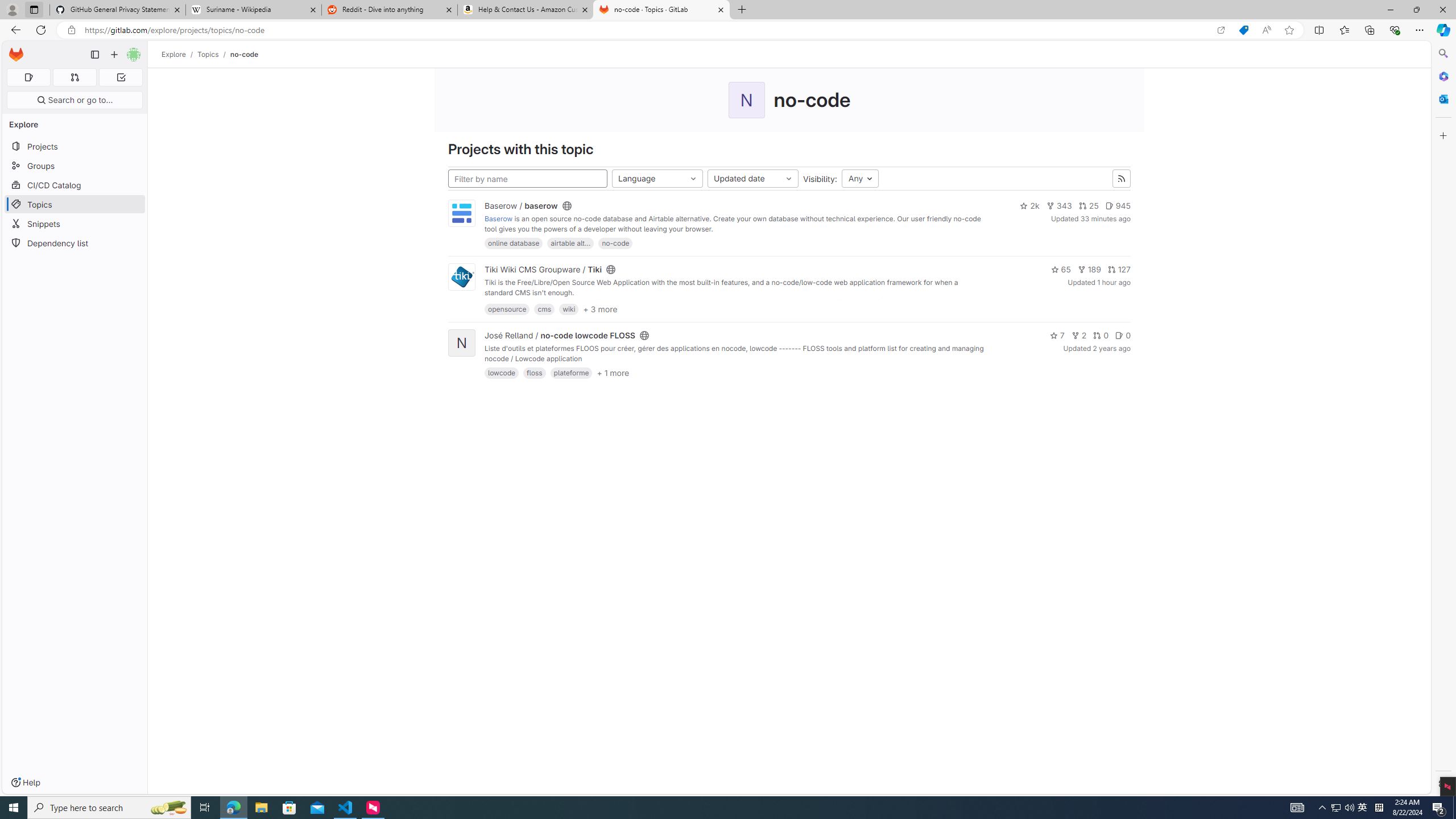  I want to click on 'cms', so click(544, 309).